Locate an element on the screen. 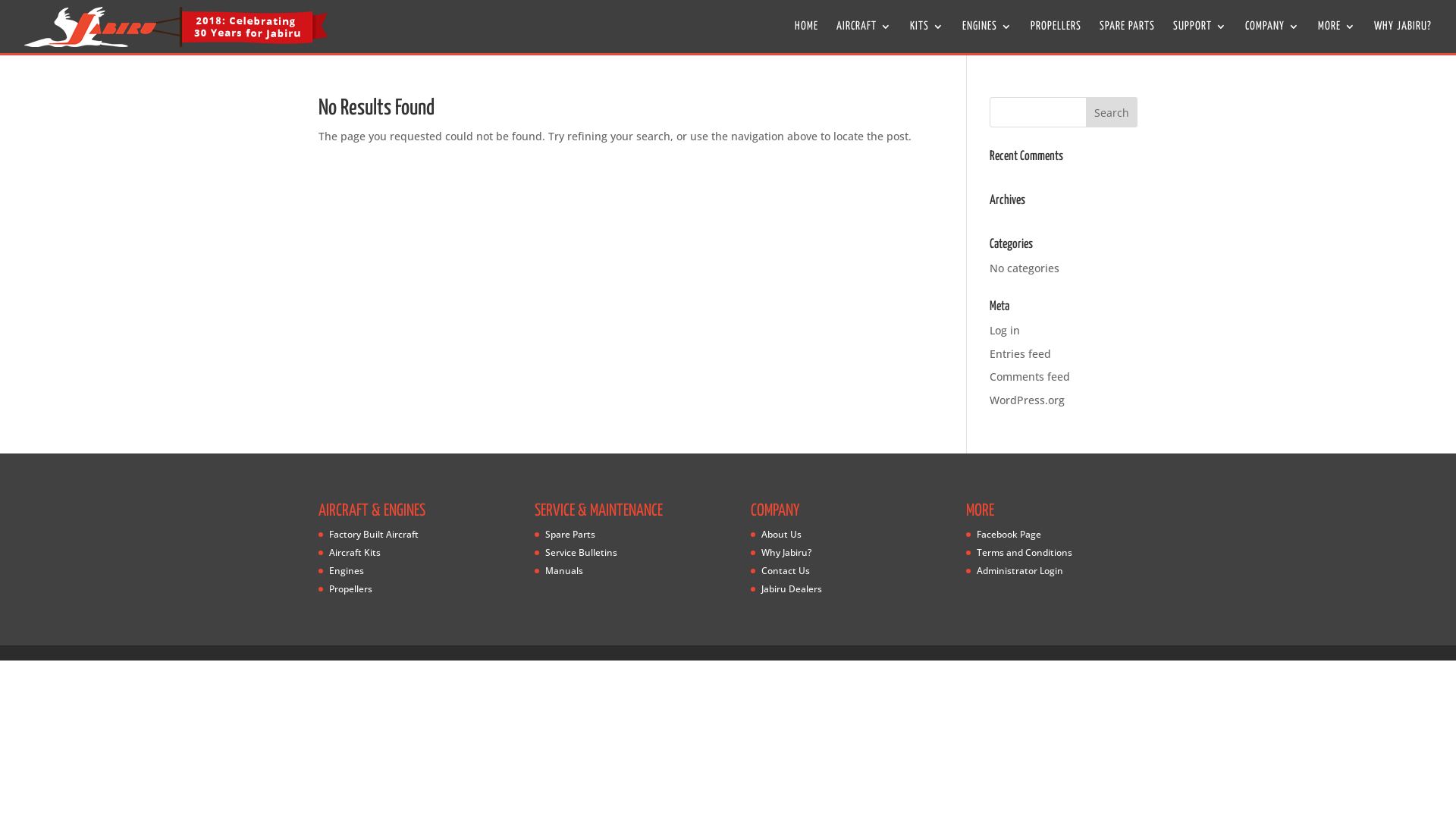  'About Us' is located at coordinates (781, 533).